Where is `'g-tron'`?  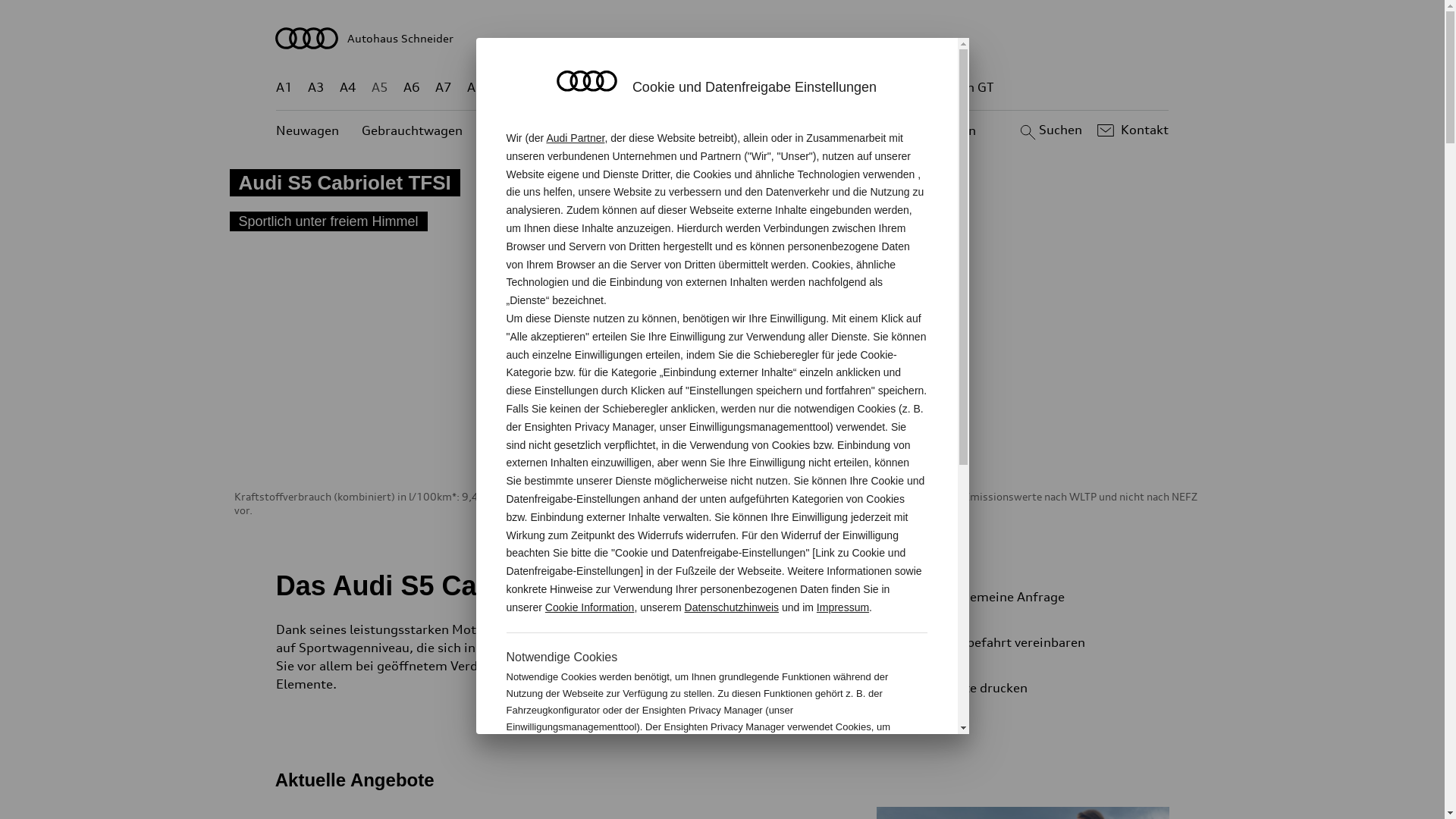
'g-tron' is located at coordinates (902, 87).